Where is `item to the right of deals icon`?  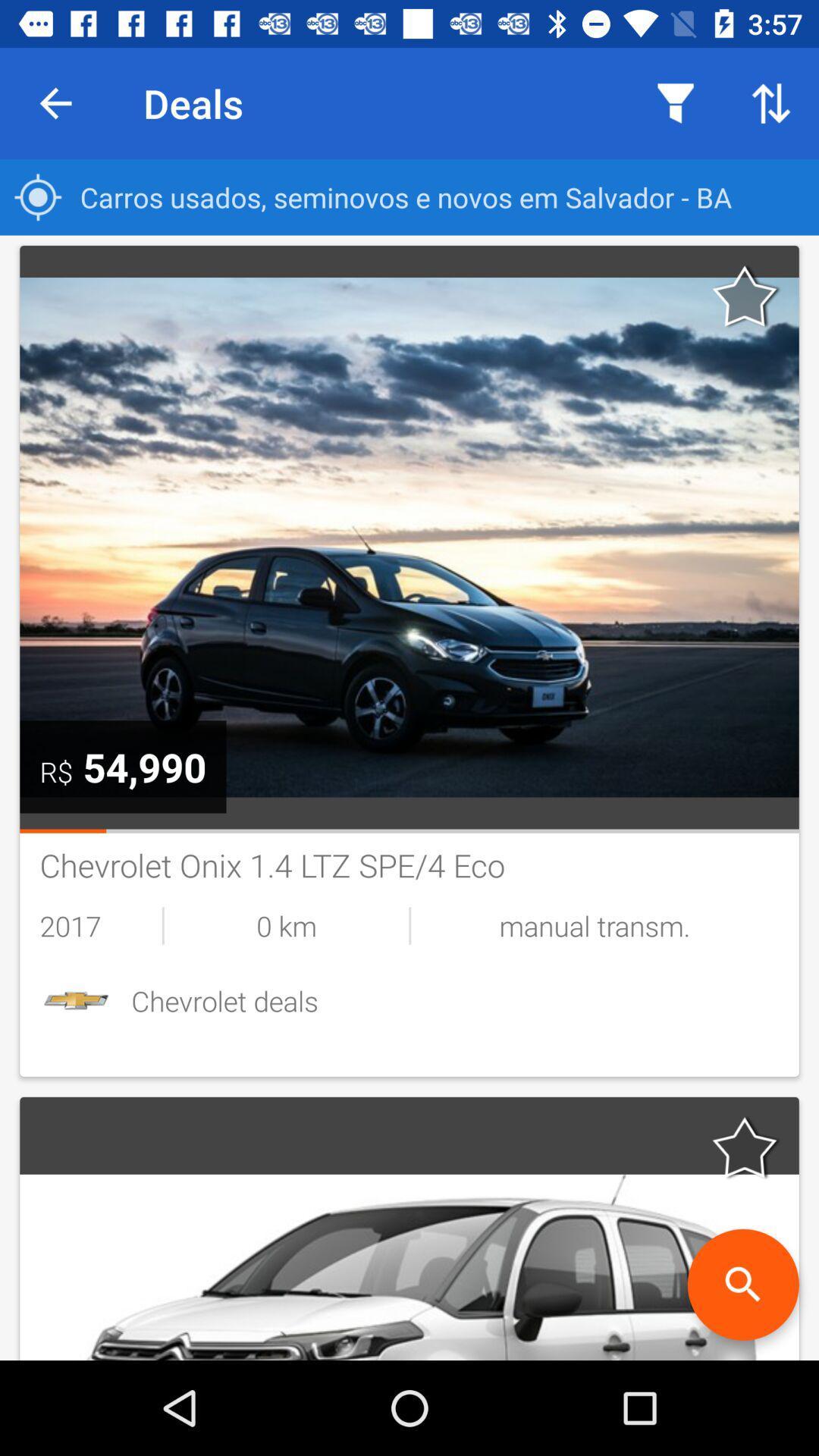
item to the right of deals icon is located at coordinates (675, 102).